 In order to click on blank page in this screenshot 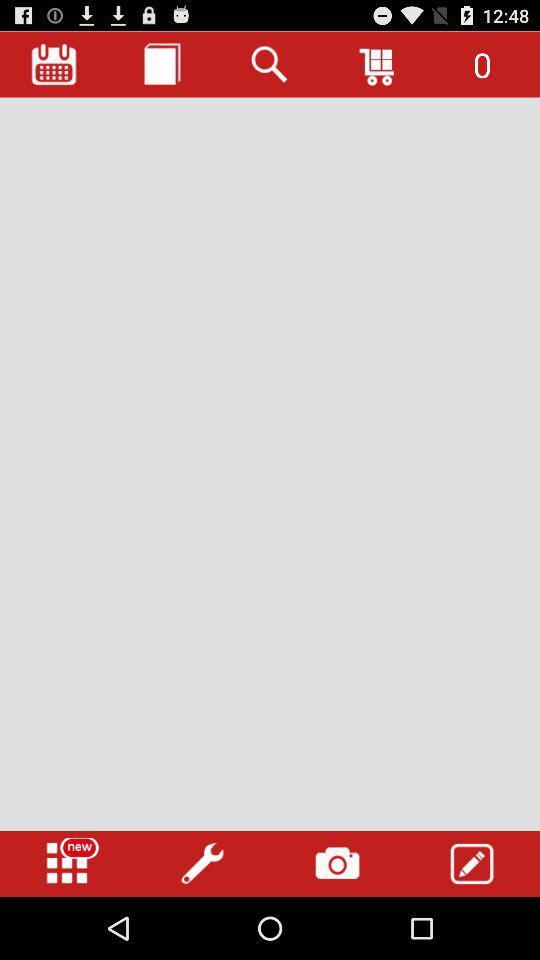, I will do `click(270, 464)`.